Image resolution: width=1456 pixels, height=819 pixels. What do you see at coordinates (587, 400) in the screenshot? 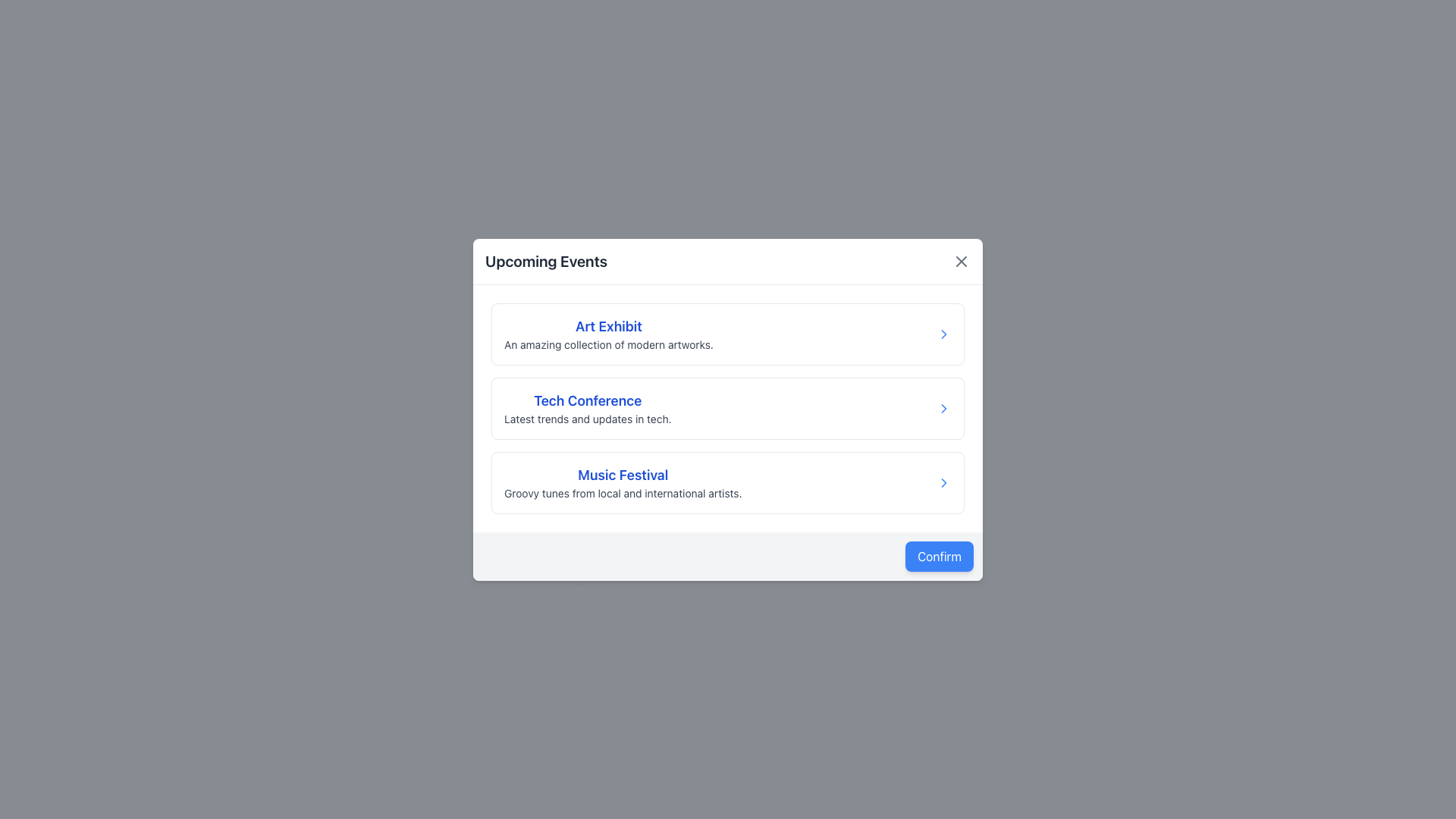
I see `the 'Tech Conference' text label` at bounding box center [587, 400].